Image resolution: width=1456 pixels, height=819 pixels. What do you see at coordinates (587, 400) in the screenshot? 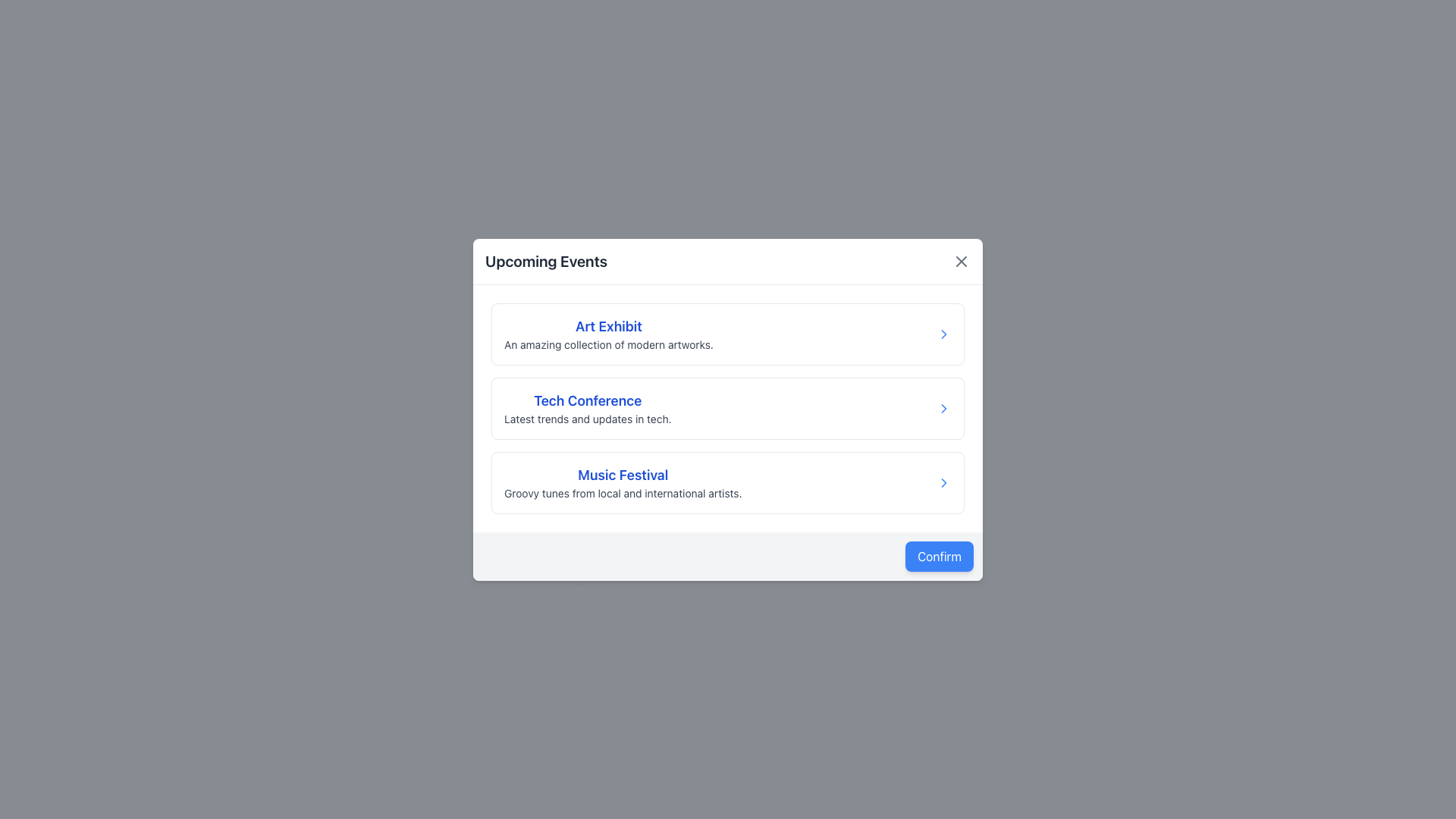
I see `the 'Tech Conference' text label` at bounding box center [587, 400].